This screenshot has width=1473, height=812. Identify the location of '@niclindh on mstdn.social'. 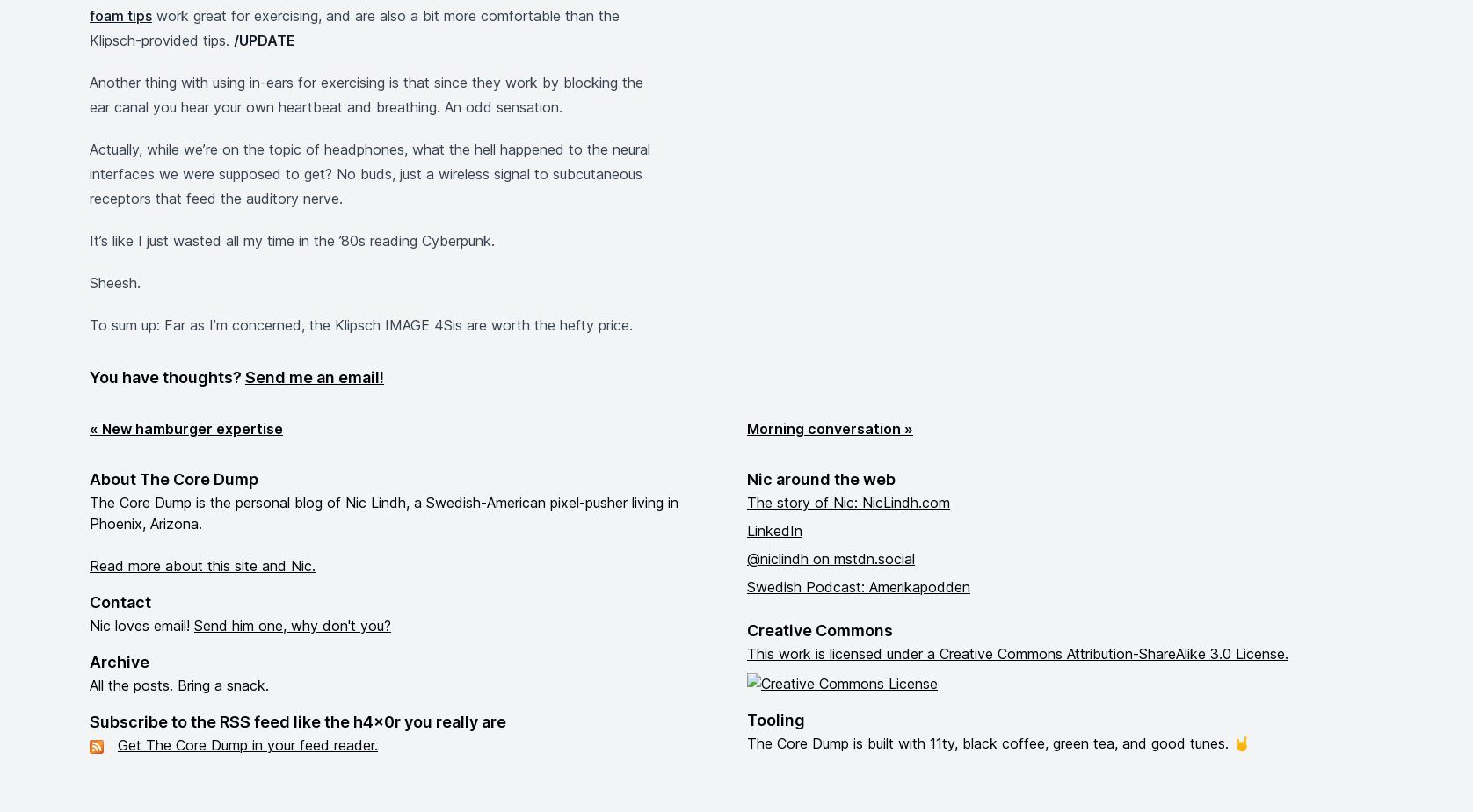
(831, 558).